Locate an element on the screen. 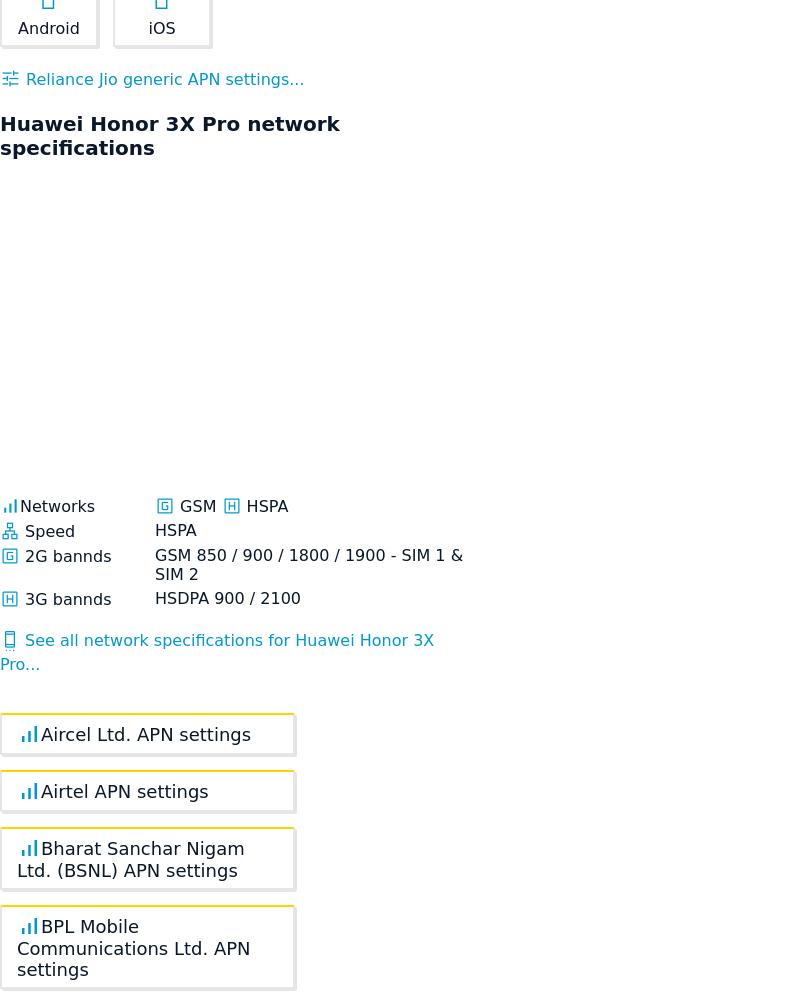 This screenshot has width=800, height=1004. 'Bharat Sanchar Nigam Ltd. (BSNL) APN settings' is located at coordinates (129, 859).